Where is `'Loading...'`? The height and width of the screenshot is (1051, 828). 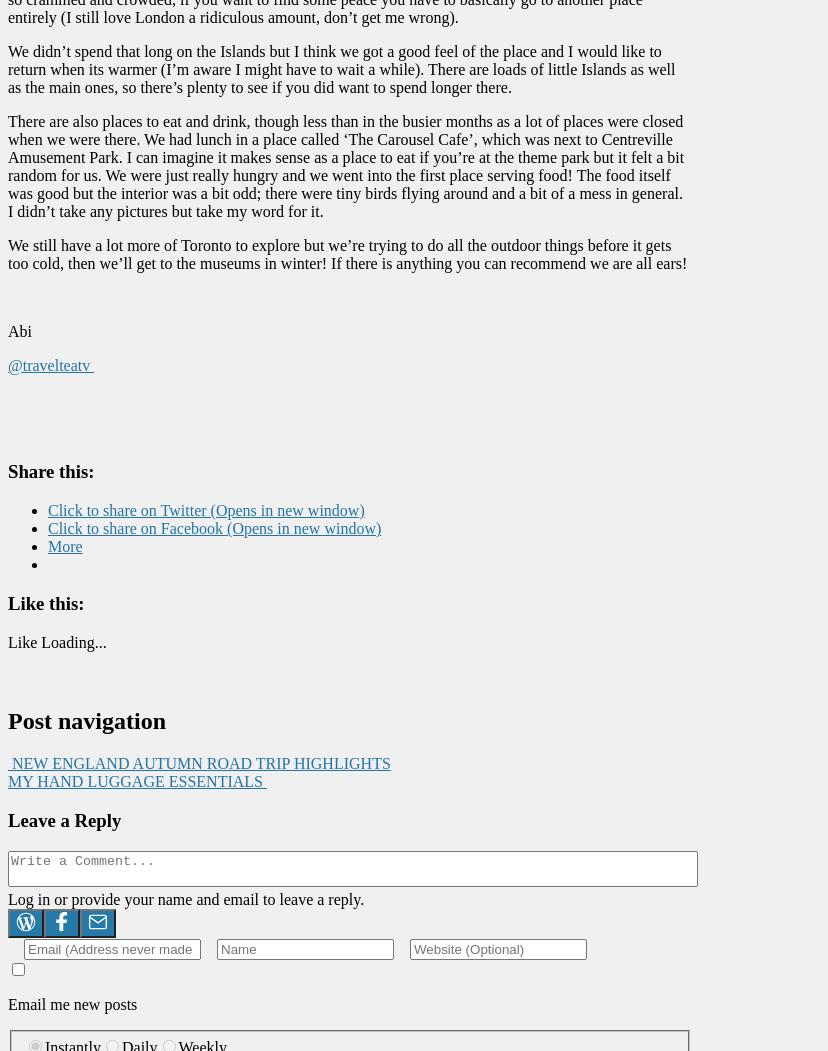 'Loading...' is located at coordinates (73, 640).